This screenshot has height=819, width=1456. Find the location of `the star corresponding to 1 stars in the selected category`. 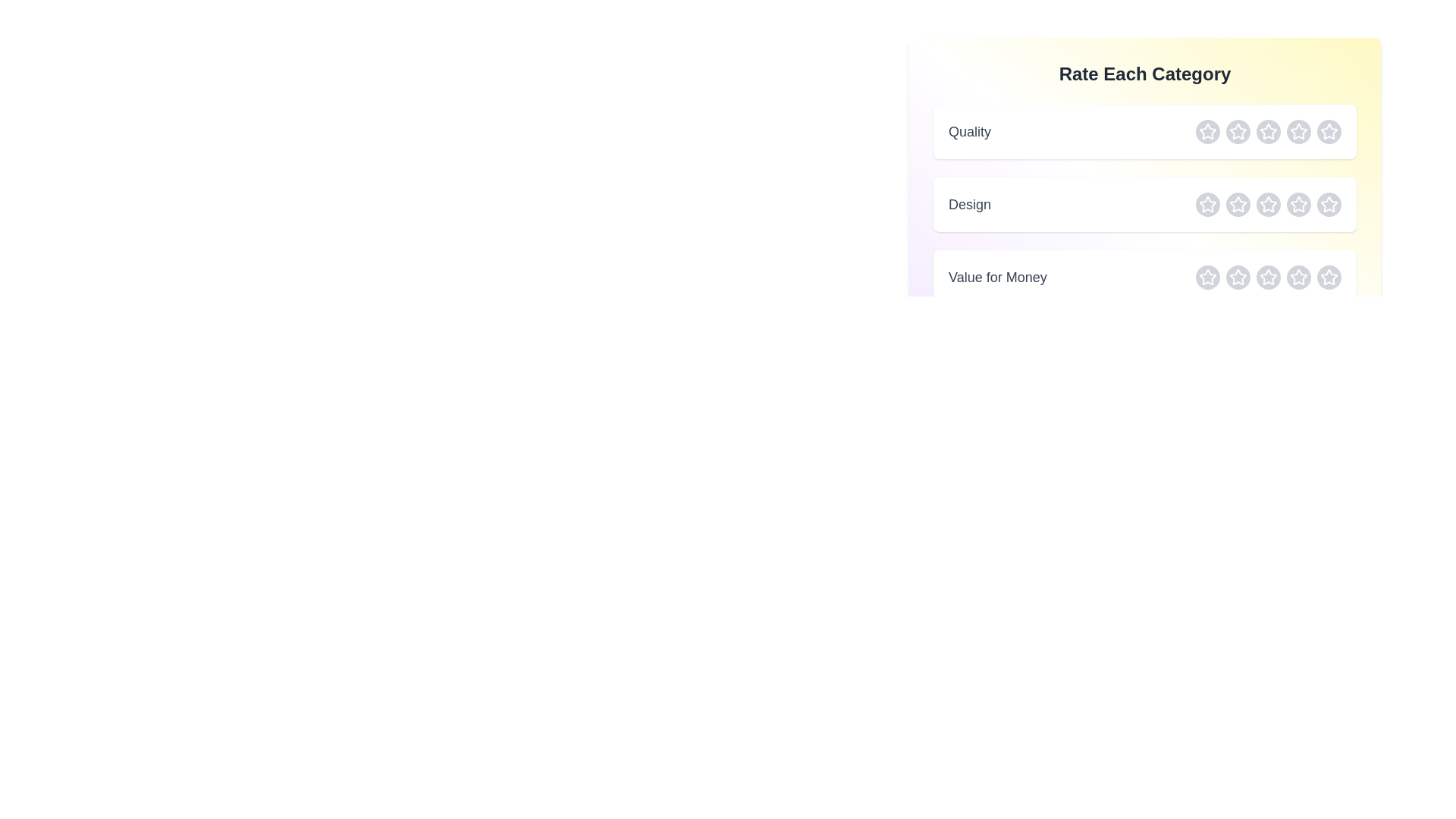

the star corresponding to 1 stars in the selected category is located at coordinates (1207, 130).